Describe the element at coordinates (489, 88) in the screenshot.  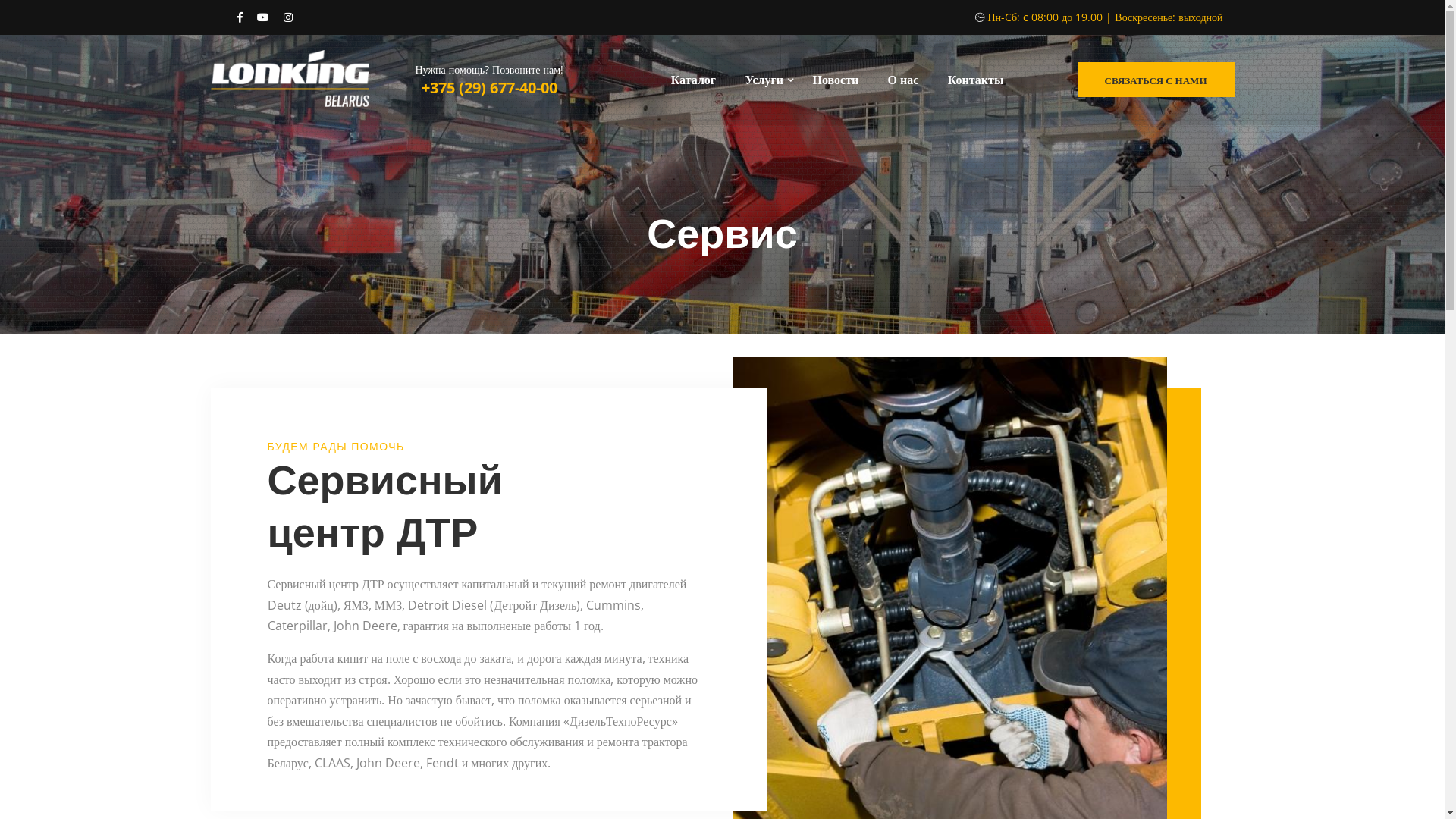
I see `'+375 (29) 677-40-00'` at that location.